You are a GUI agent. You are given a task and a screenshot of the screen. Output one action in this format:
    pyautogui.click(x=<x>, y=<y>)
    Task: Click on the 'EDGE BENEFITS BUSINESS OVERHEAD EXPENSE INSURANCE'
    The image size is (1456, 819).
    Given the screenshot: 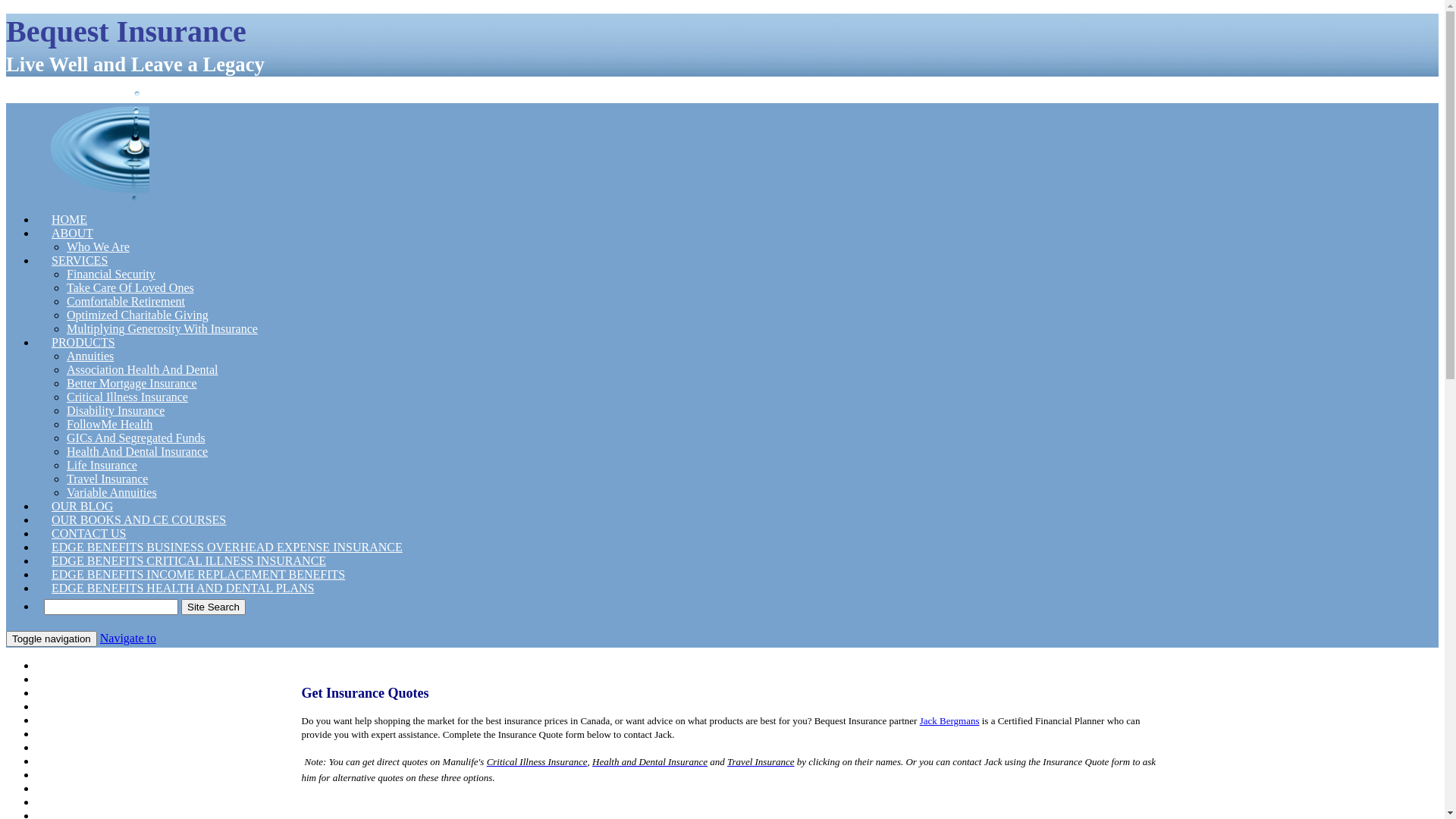 What is the action you would take?
    pyautogui.click(x=226, y=547)
    